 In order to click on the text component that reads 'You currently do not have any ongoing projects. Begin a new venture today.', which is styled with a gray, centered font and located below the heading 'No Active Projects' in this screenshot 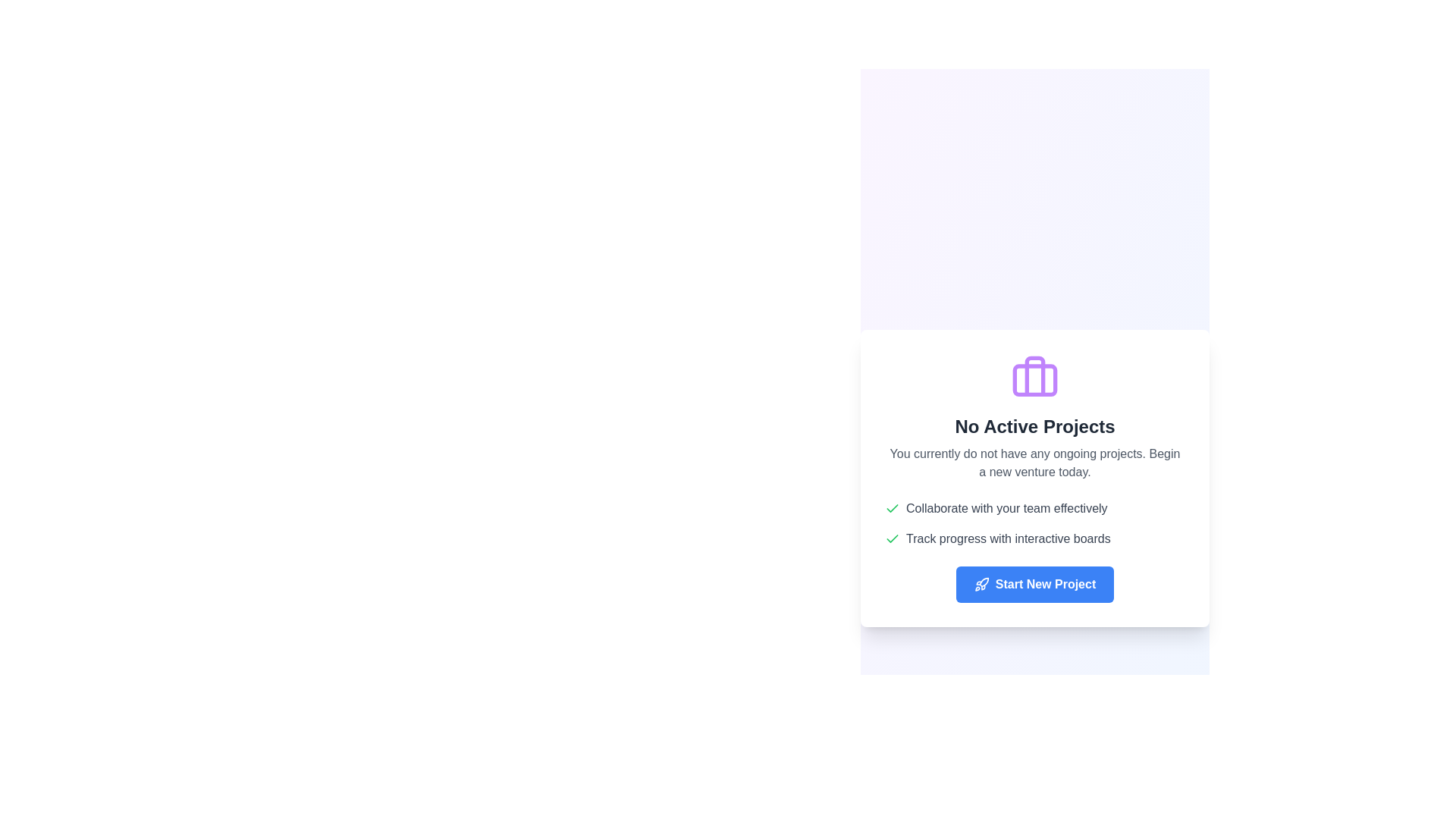, I will do `click(1034, 462)`.